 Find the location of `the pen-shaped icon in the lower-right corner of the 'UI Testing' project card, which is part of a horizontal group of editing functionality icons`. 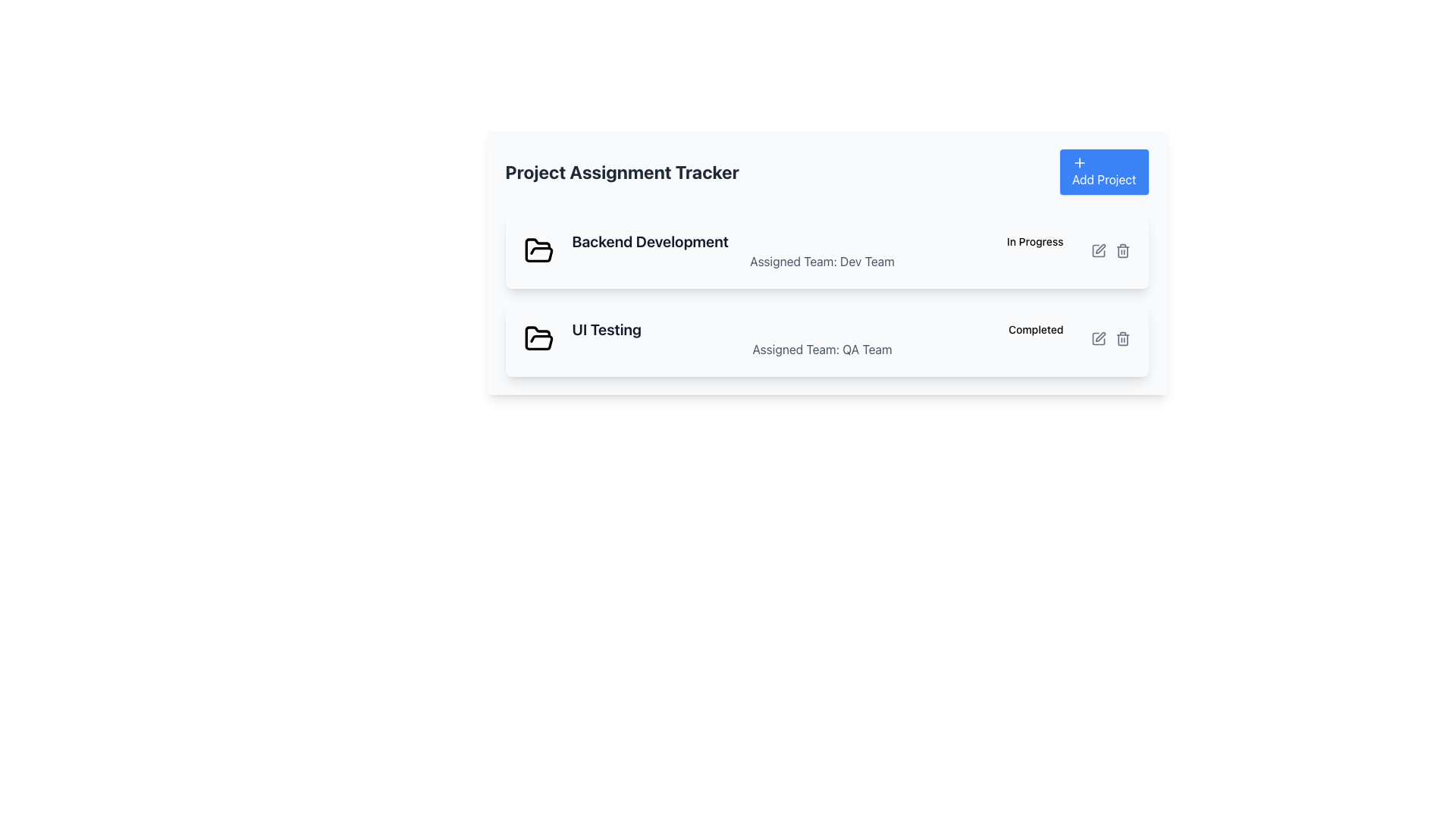

the pen-shaped icon in the lower-right corner of the 'UI Testing' project card, which is part of a horizontal group of editing functionality icons is located at coordinates (1100, 336).